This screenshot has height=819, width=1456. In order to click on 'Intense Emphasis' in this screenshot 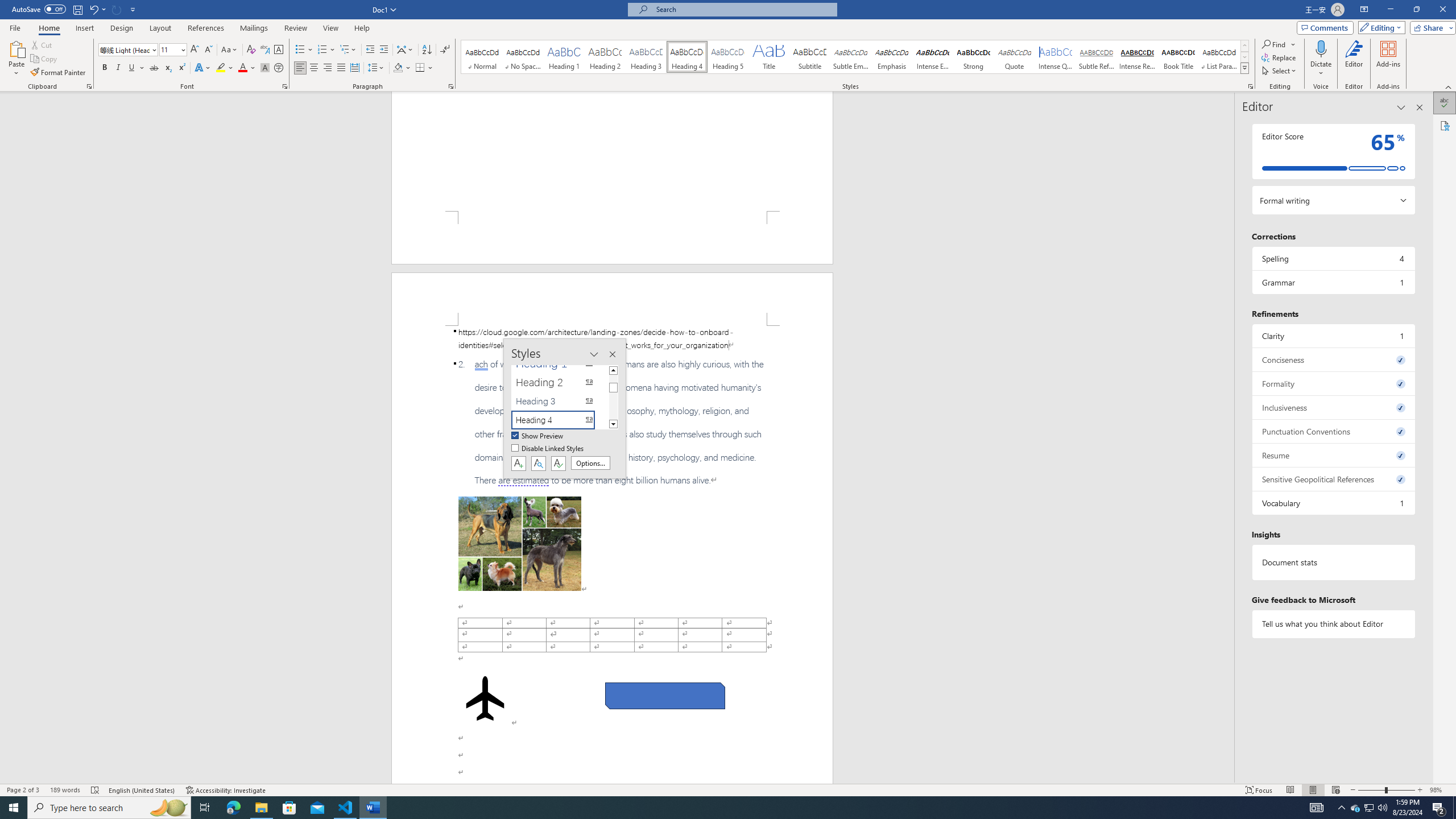, I will do `click(932, 56)`.